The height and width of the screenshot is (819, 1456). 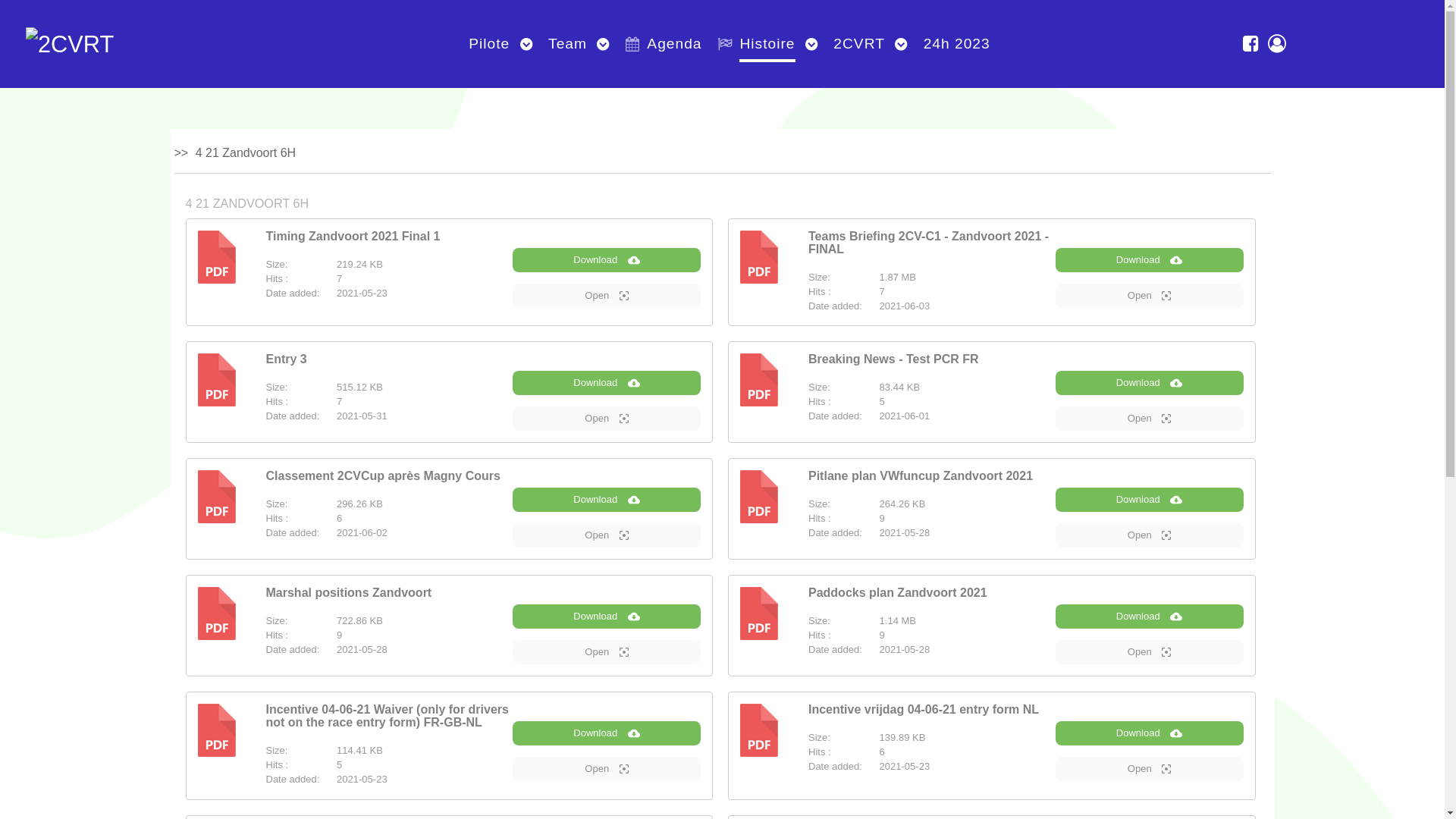 I want to click on 'Pitlane plan VWfuncup Zandvoort 2021', so click(x=920, y=475).